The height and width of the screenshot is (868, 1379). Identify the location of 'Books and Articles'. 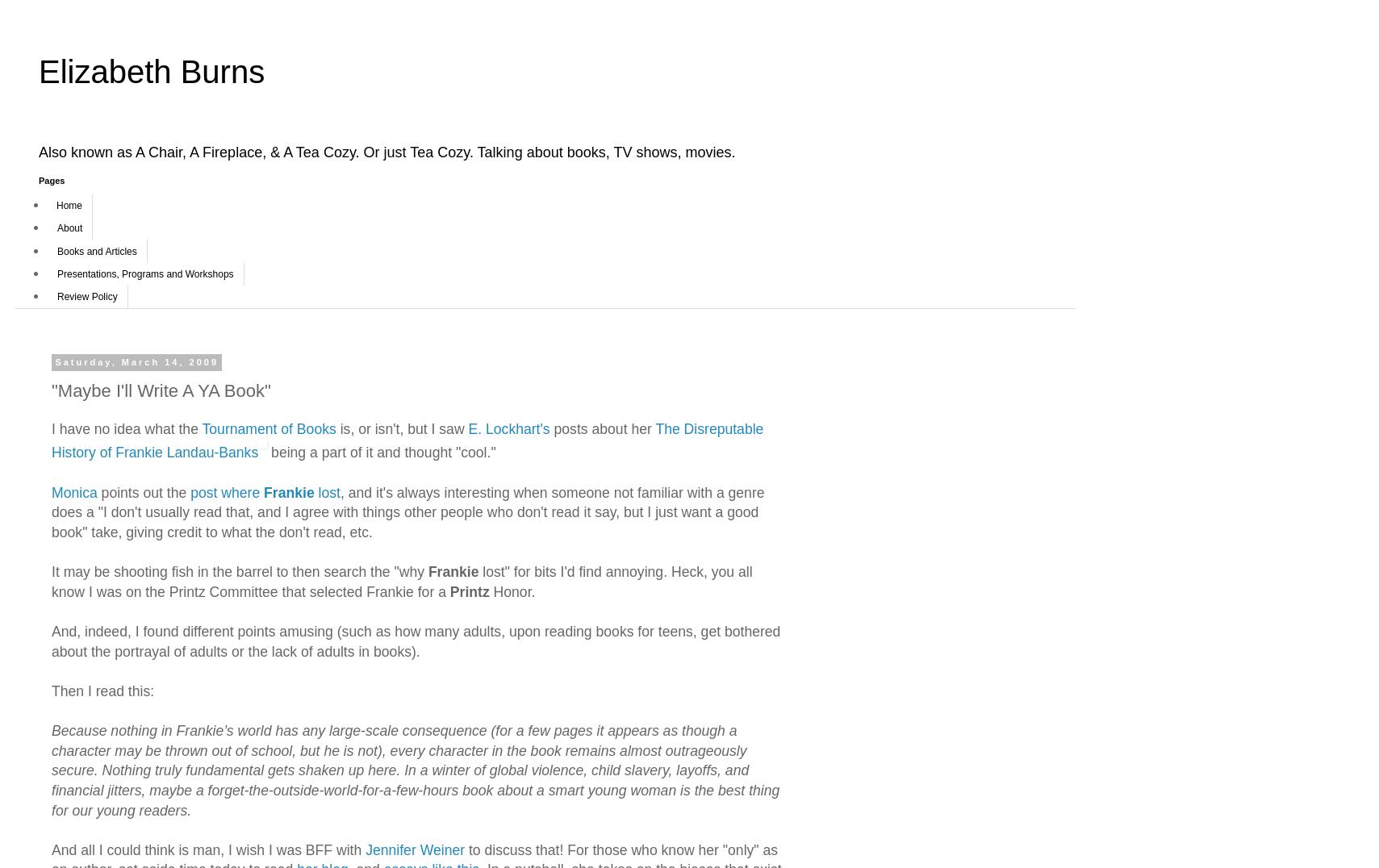
(95, 249).